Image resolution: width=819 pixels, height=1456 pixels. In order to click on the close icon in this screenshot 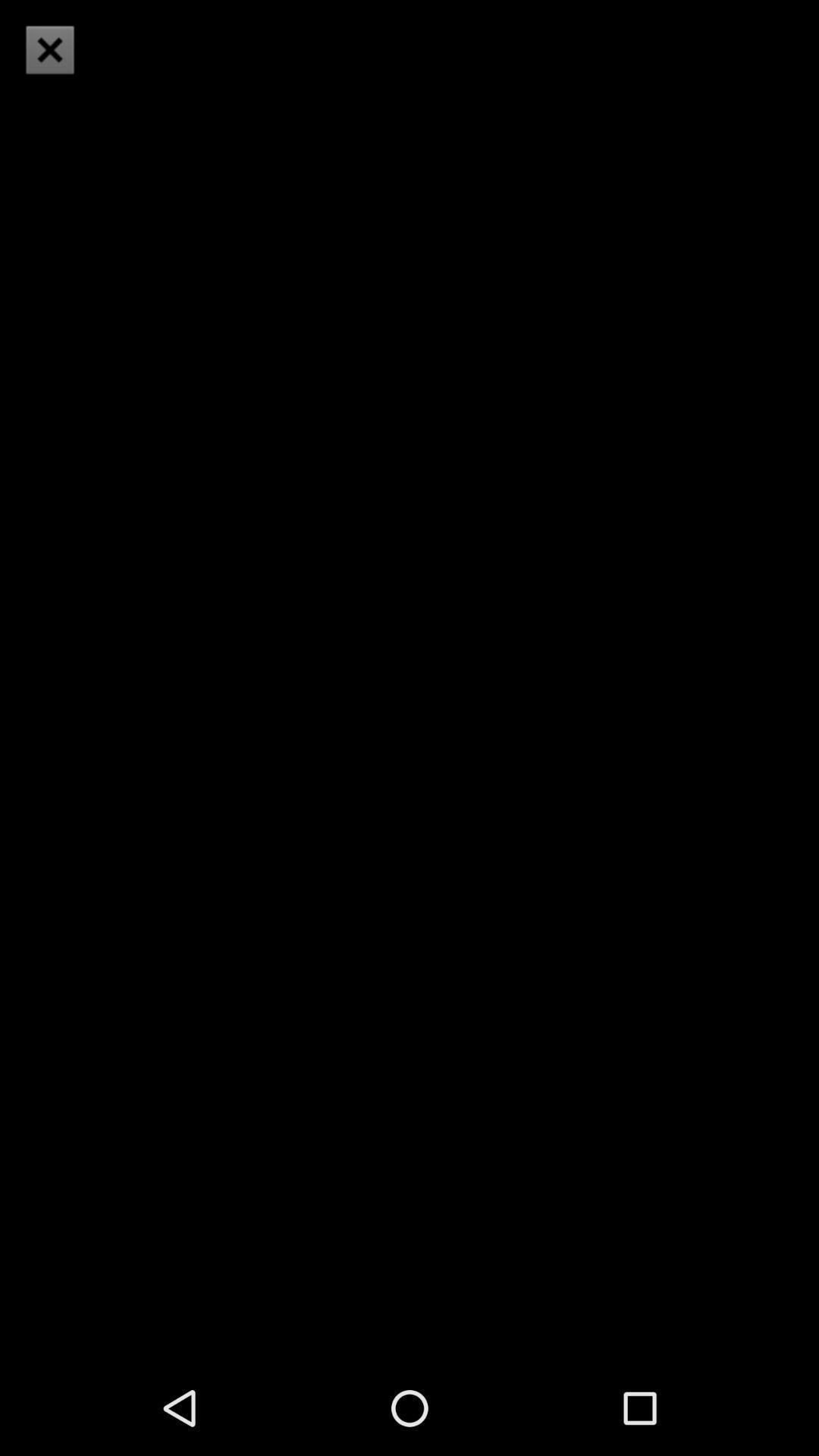, I will do `click(49, 53)`.